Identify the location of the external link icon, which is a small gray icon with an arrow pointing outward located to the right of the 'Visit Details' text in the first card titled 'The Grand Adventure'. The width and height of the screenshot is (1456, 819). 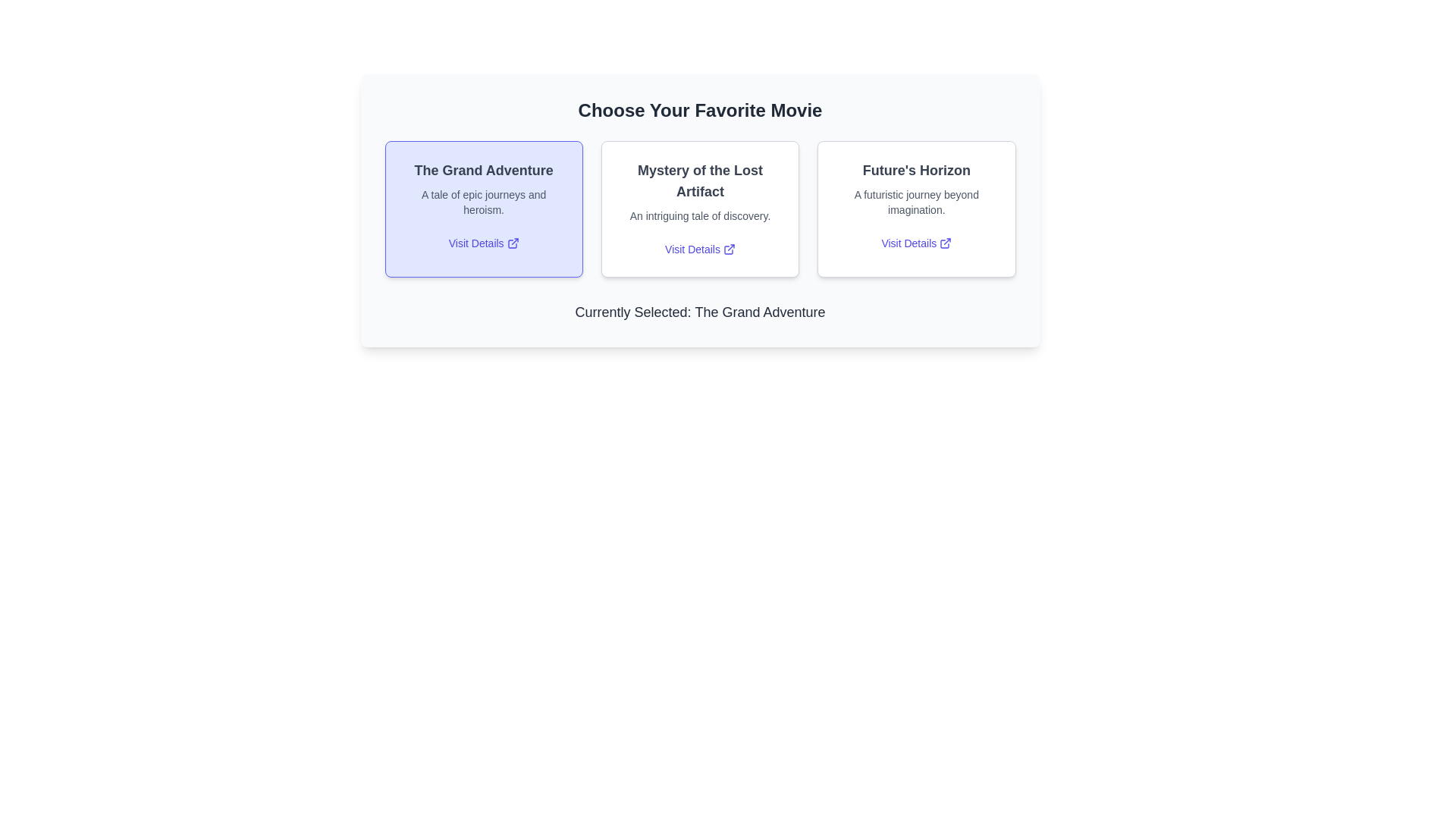
(513, 242).